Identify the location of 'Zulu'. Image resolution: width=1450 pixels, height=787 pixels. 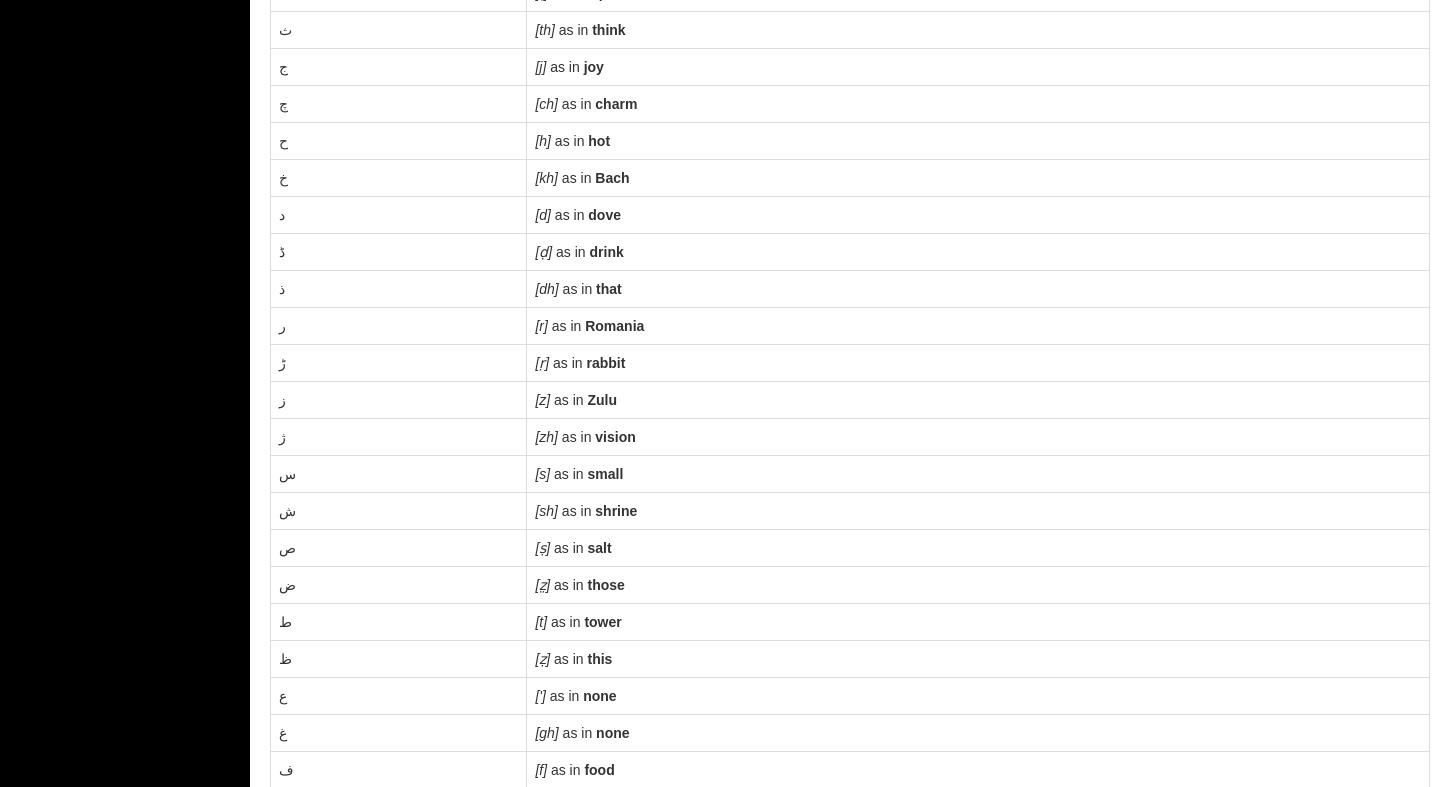
(586, 400).